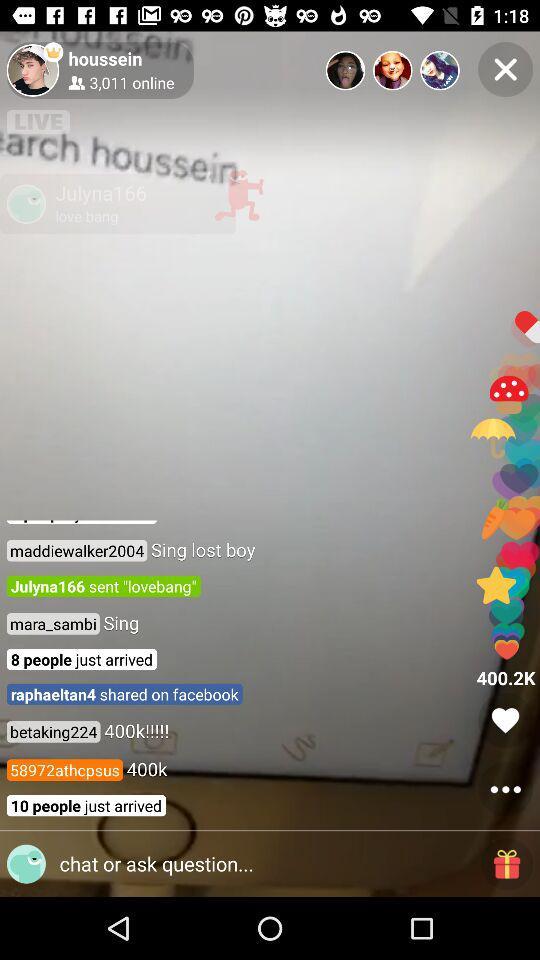 The image size is (540, 960). I want to click on the gift icon, so click(507, 863).